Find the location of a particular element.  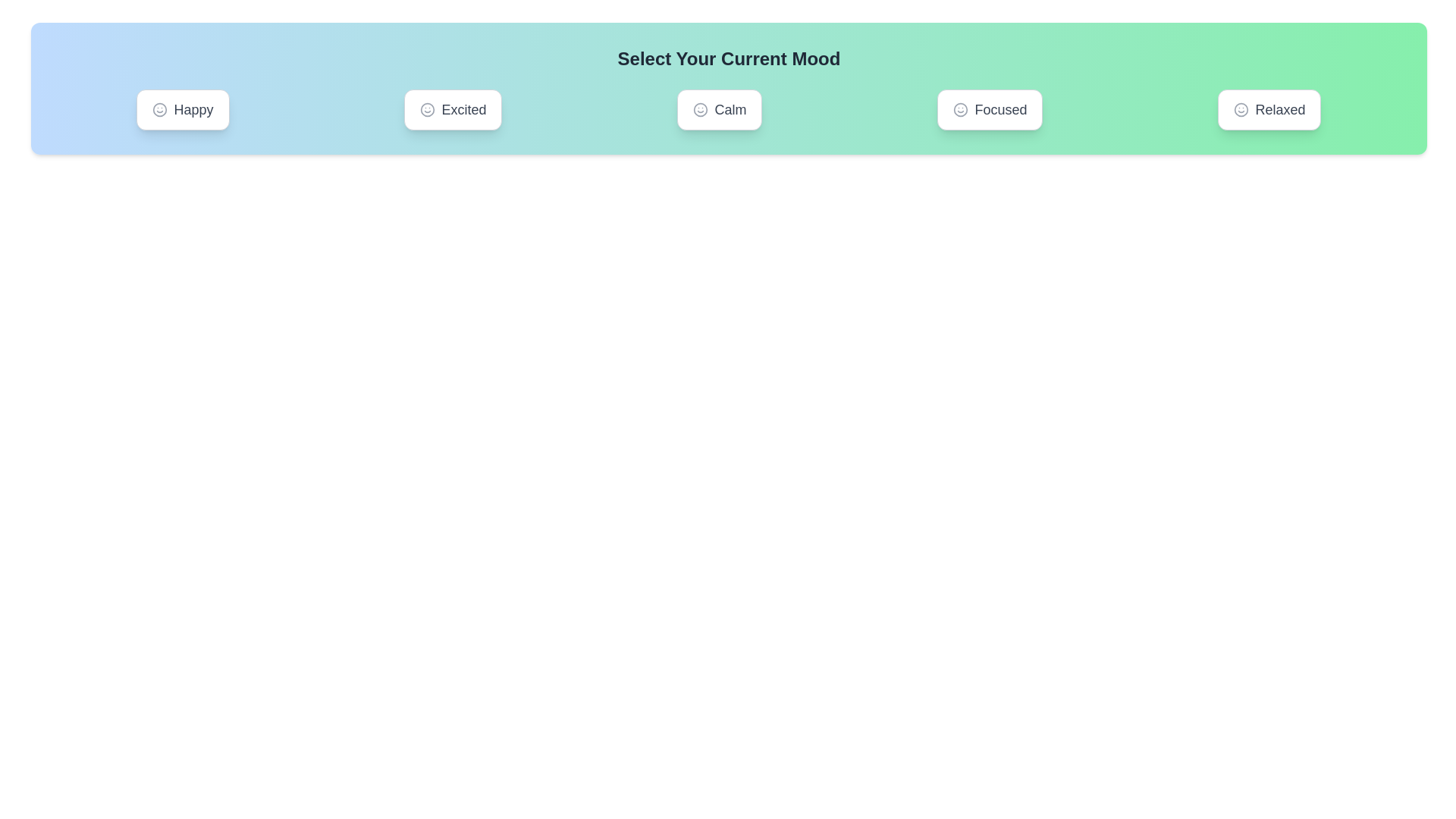

the mood Excited by clicking on its corresponding button is located at coordinates (451, 109).